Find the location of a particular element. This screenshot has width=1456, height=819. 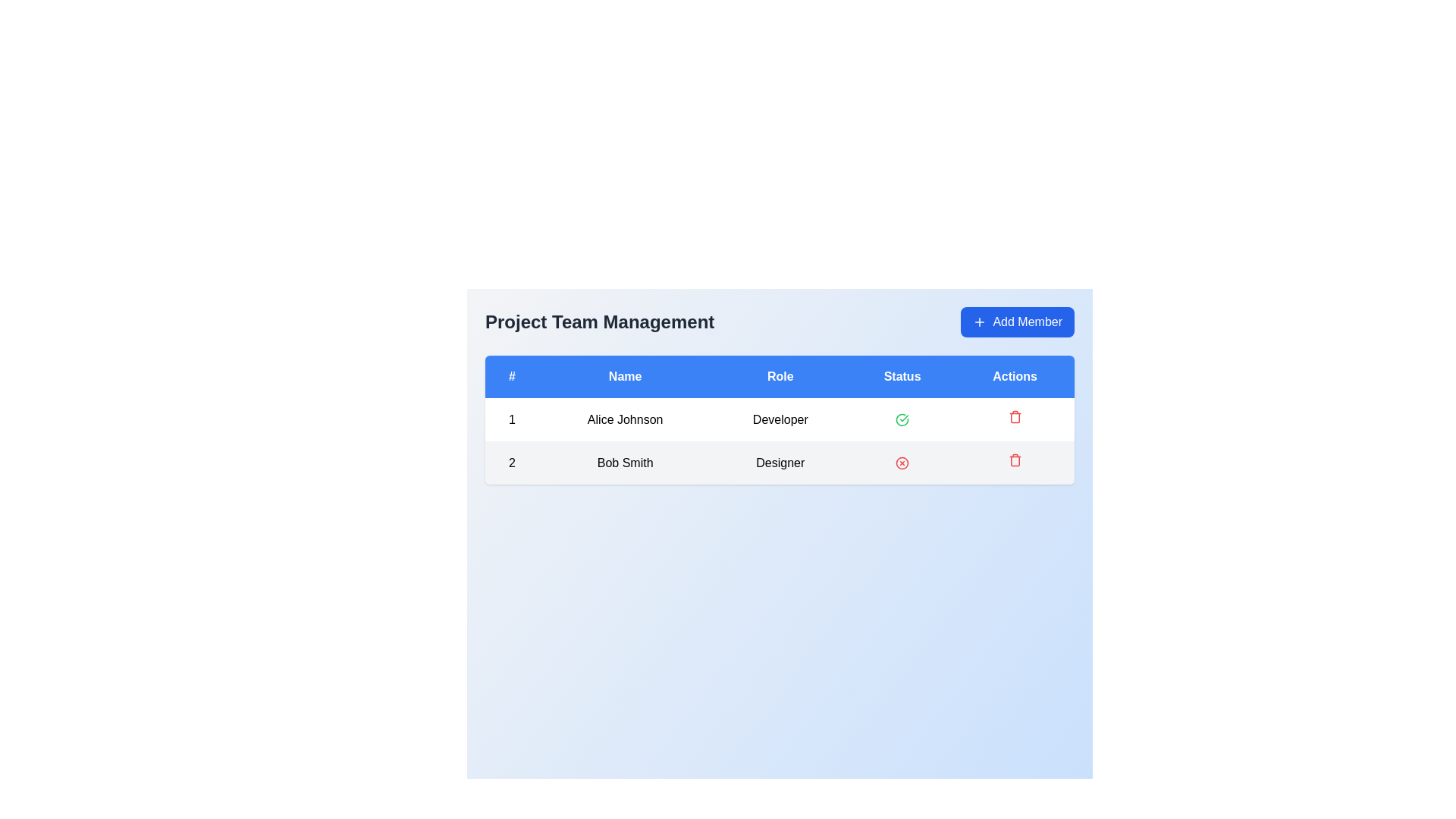

the negative status icon associated with 'Bob Smith' in the Actions column is located at coordinates (902, 463).